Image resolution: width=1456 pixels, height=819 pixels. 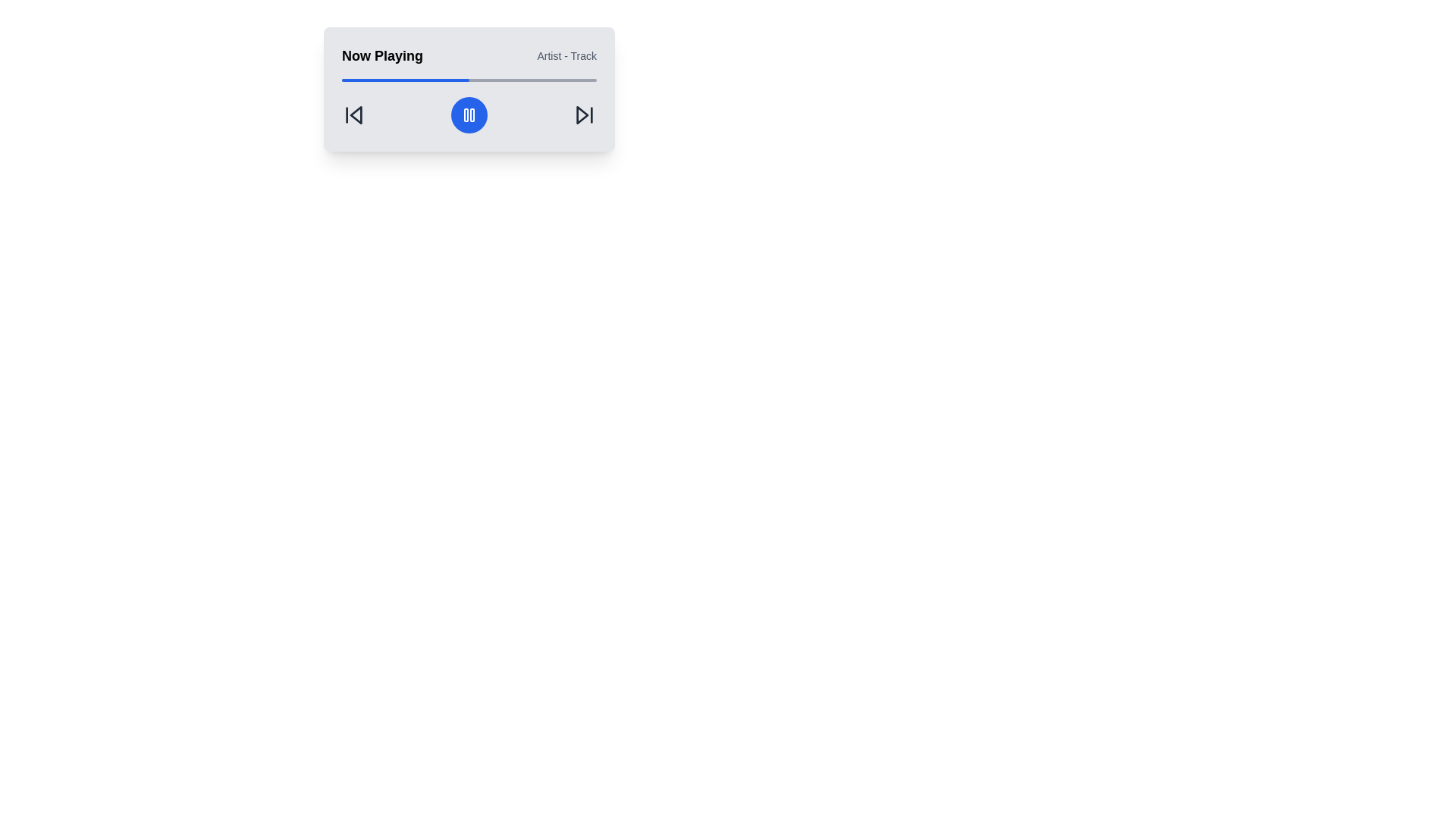 I want to click on the text label that displays the artist and track title, located in the top-right section of the music player interface, to the right of the 'Now Playing' label, so click(x=566, y=55).